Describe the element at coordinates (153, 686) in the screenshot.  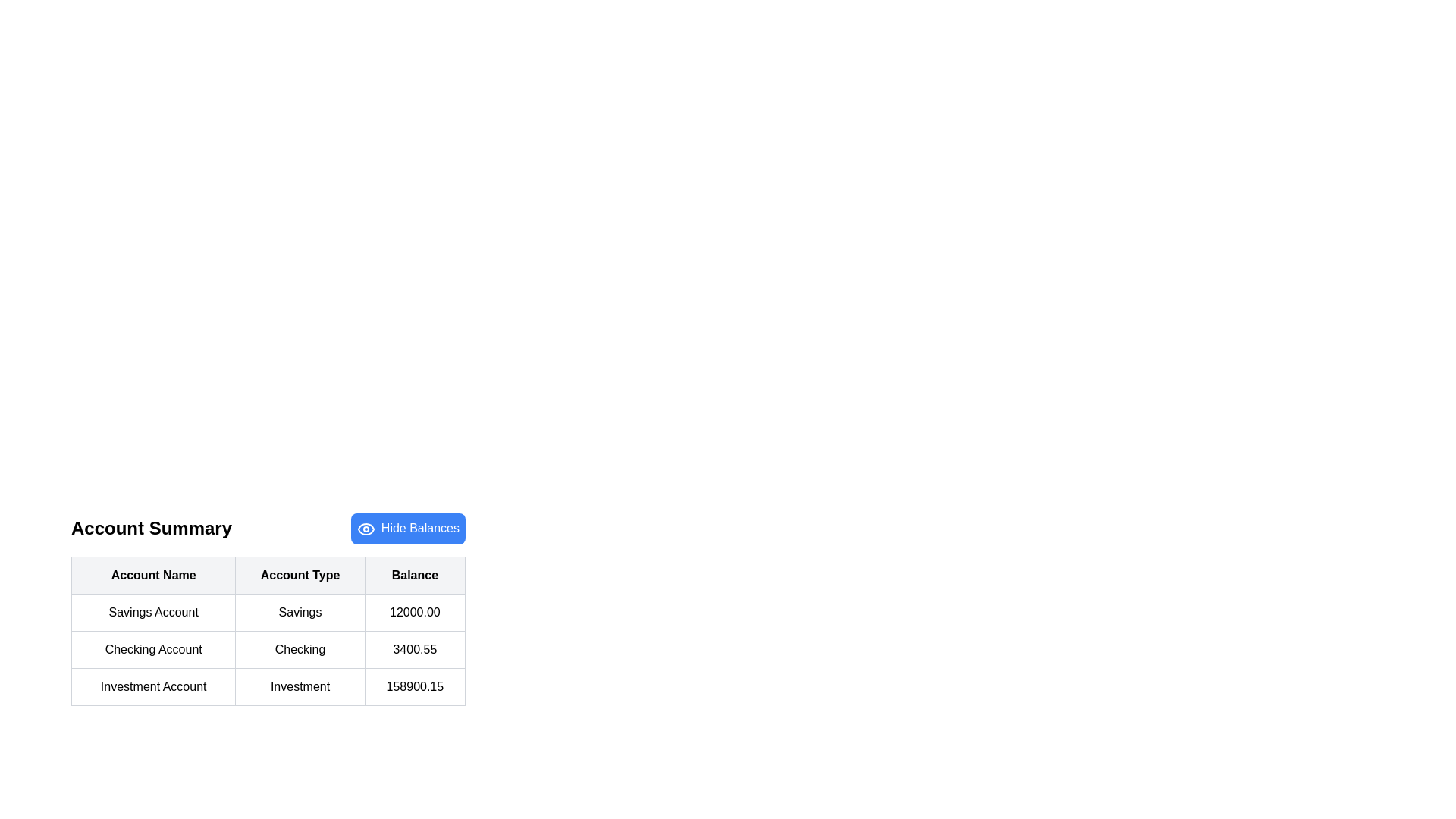
I see `displayed text of the Static text element representing the 'Investment Account' identifier located in the third row of the table under the 'Account Name' column` at that location.